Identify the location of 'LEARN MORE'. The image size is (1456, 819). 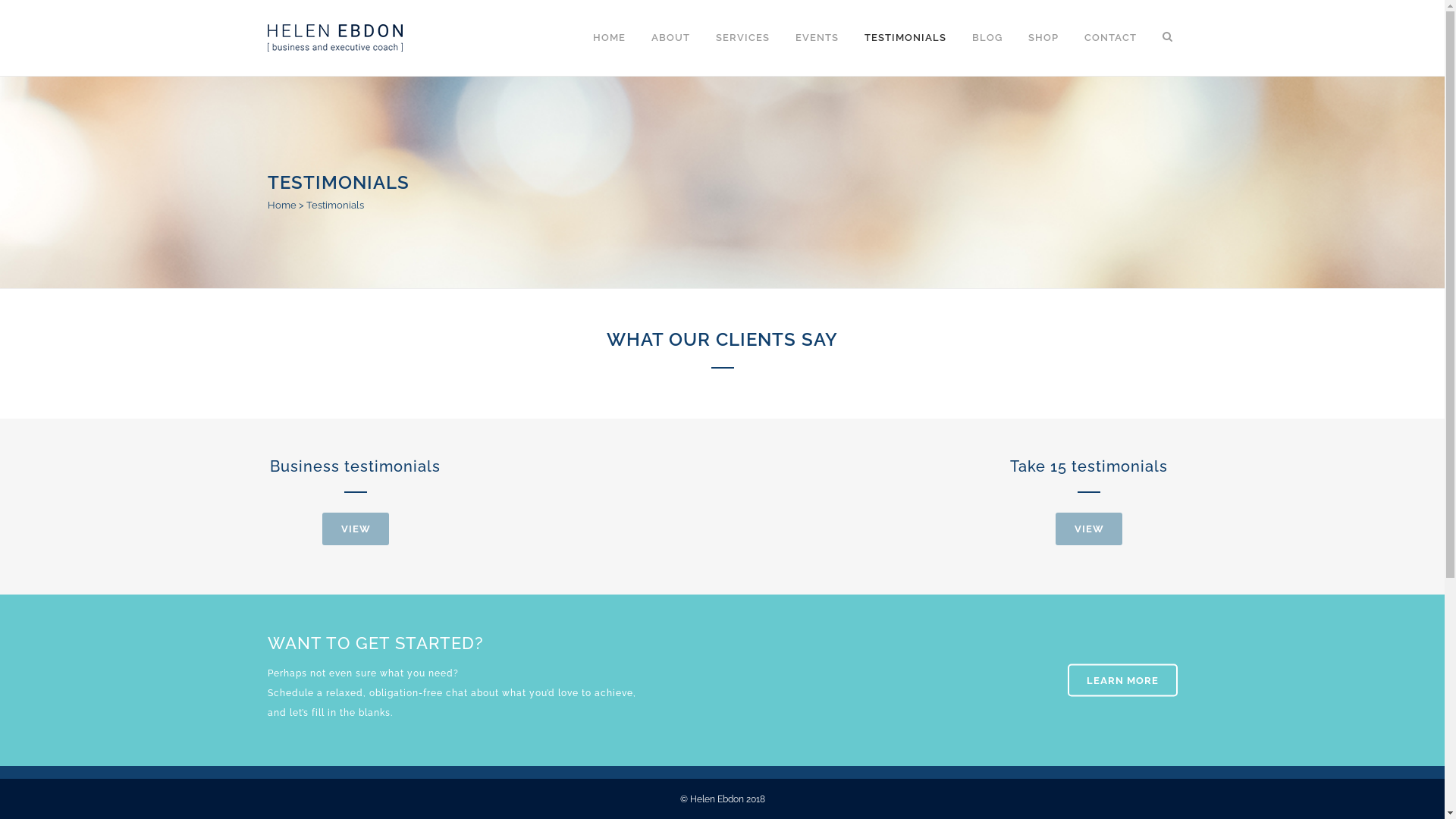
(1122, 679).